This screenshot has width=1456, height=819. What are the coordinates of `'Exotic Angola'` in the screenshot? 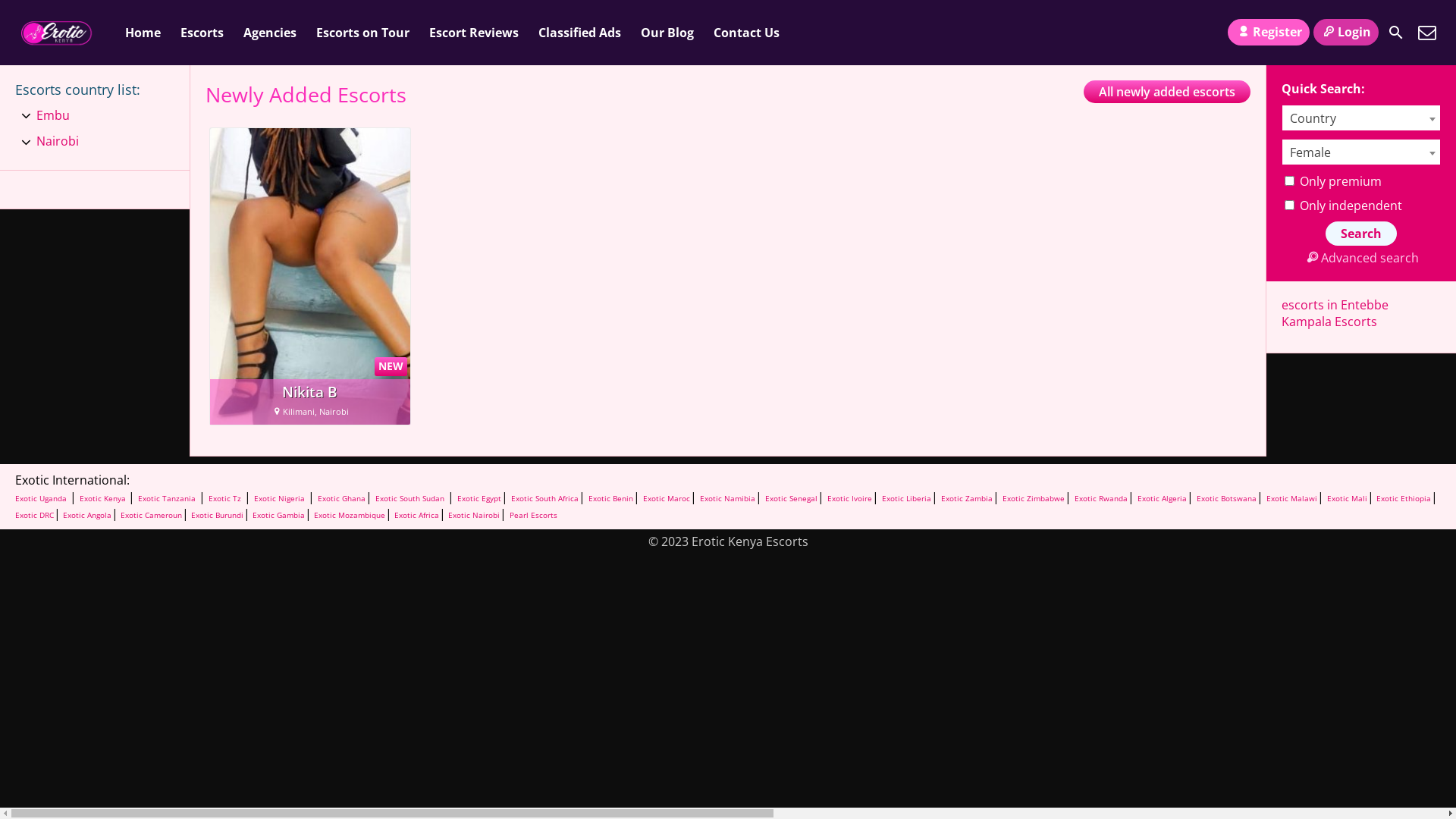 It's located at (85, 513).